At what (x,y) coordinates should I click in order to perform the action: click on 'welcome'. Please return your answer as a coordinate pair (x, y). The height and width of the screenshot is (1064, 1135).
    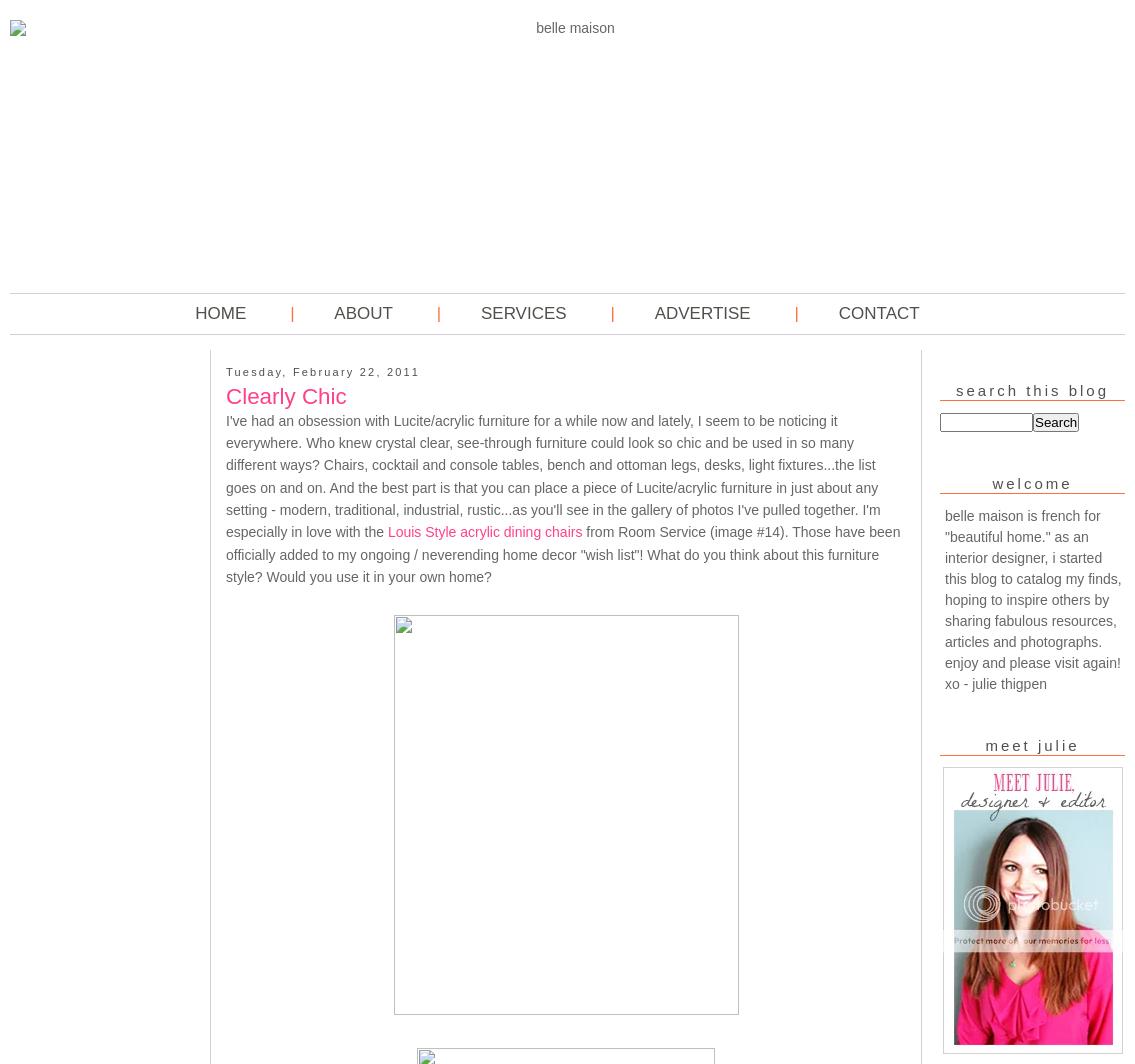
    Looking at the image, I should click on (1031, 483).